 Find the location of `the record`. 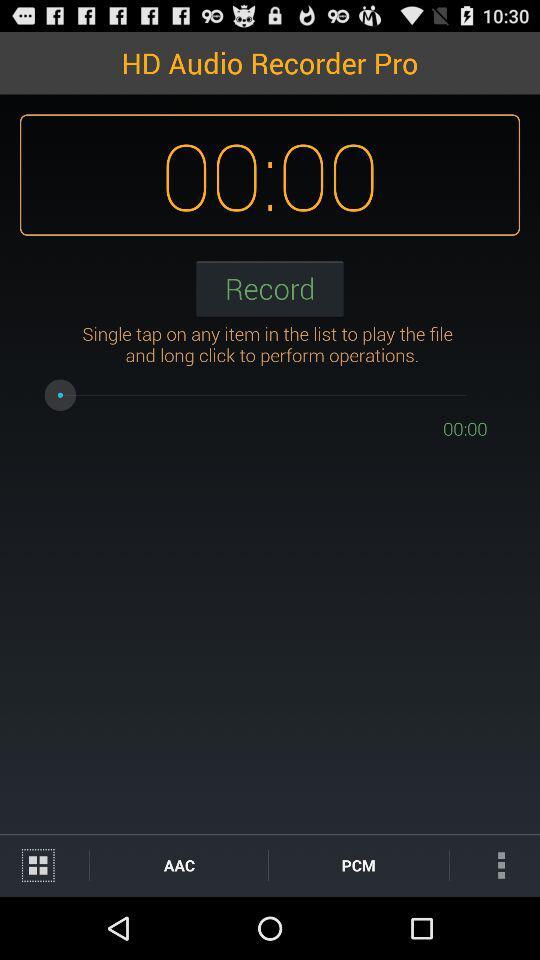

the record is located at coordinates (270, 287).